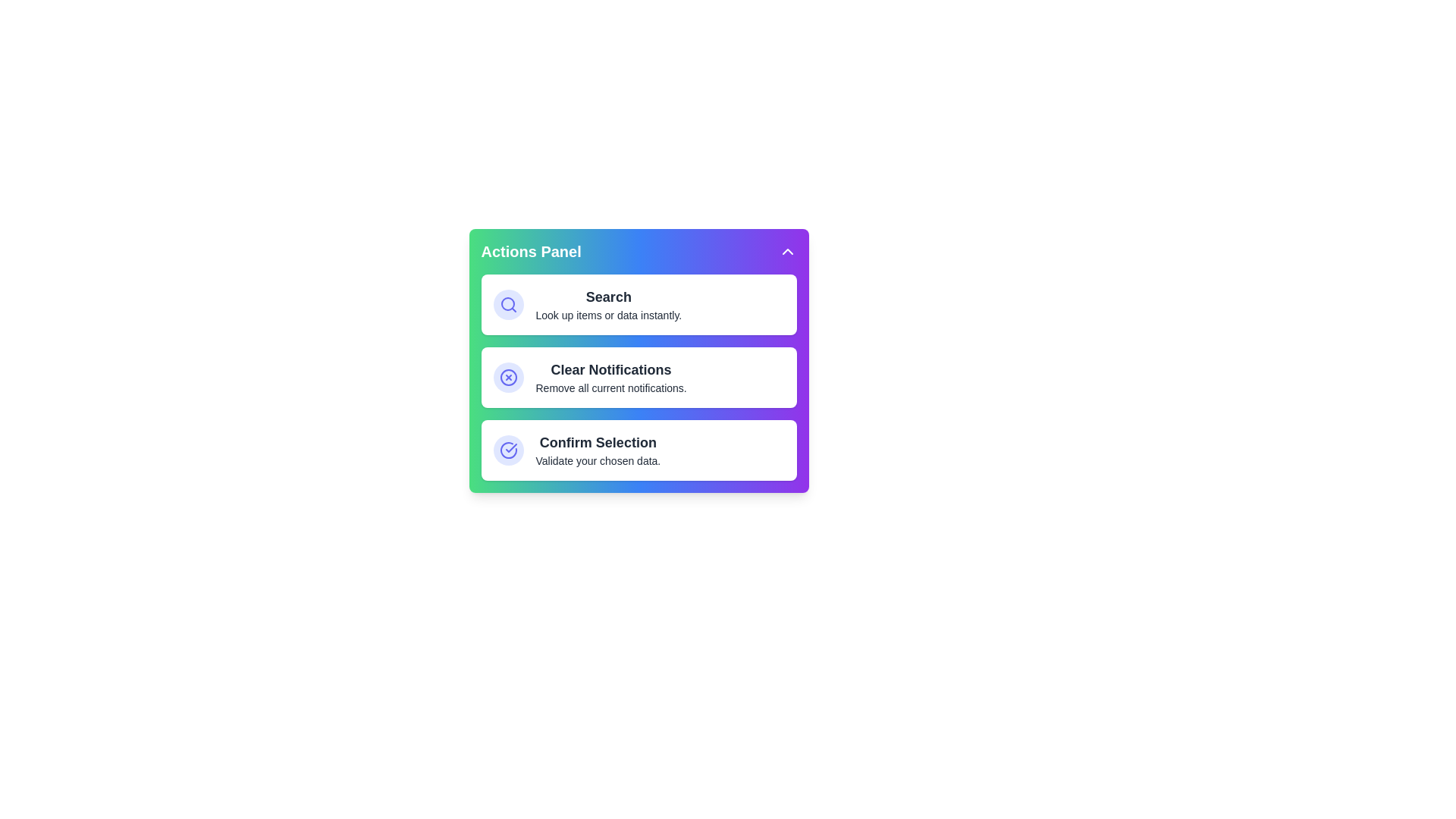 The image size is (1456, 819). What do you see at coordinates (639, 376) in the screenshot?
I see `the 'Clear Notifications' action item in the menu` at bounding box center [639, 376].